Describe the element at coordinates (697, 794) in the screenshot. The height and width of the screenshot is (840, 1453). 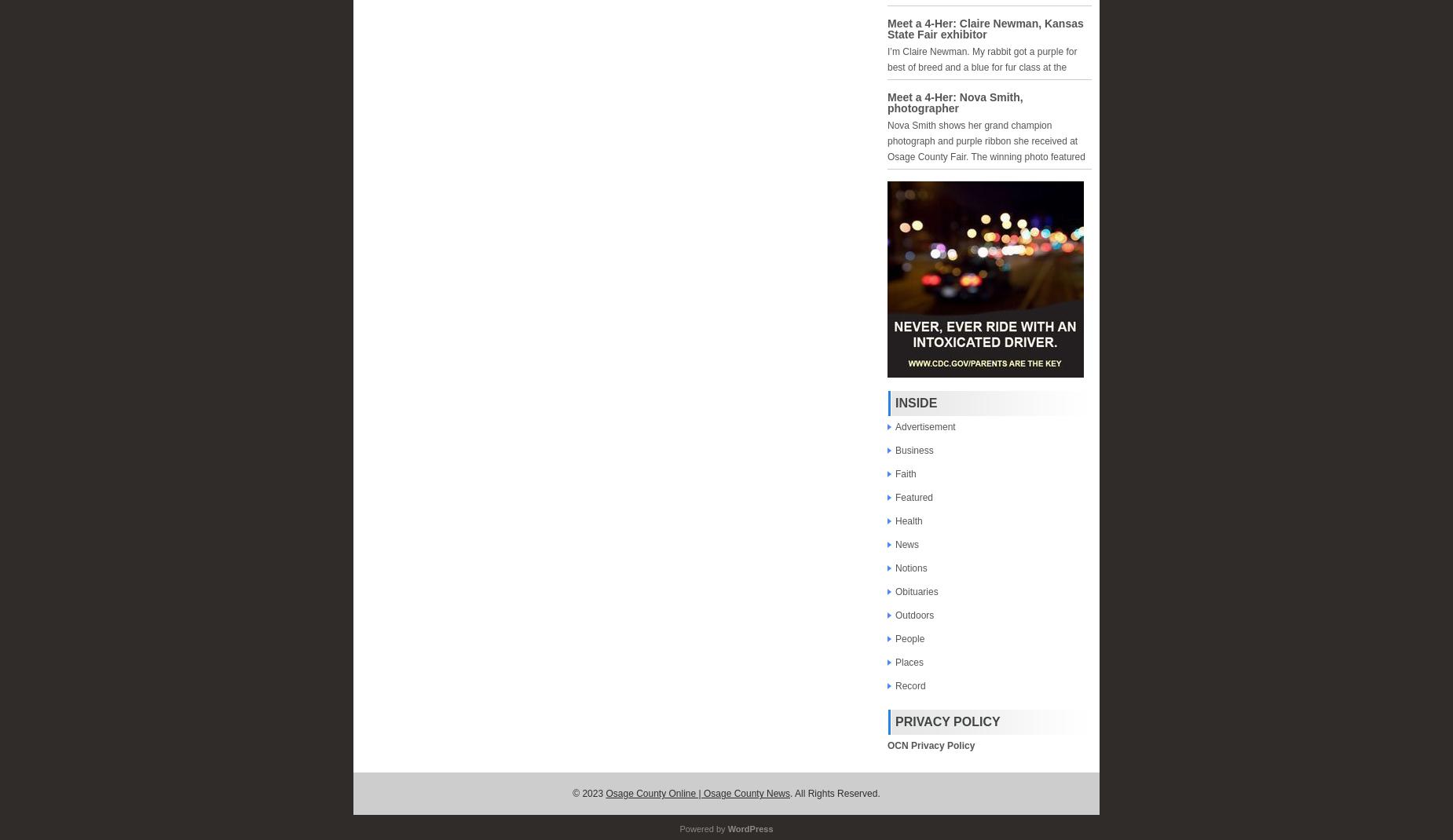
I see `'Osage County Online | Osage County News'` at that location.